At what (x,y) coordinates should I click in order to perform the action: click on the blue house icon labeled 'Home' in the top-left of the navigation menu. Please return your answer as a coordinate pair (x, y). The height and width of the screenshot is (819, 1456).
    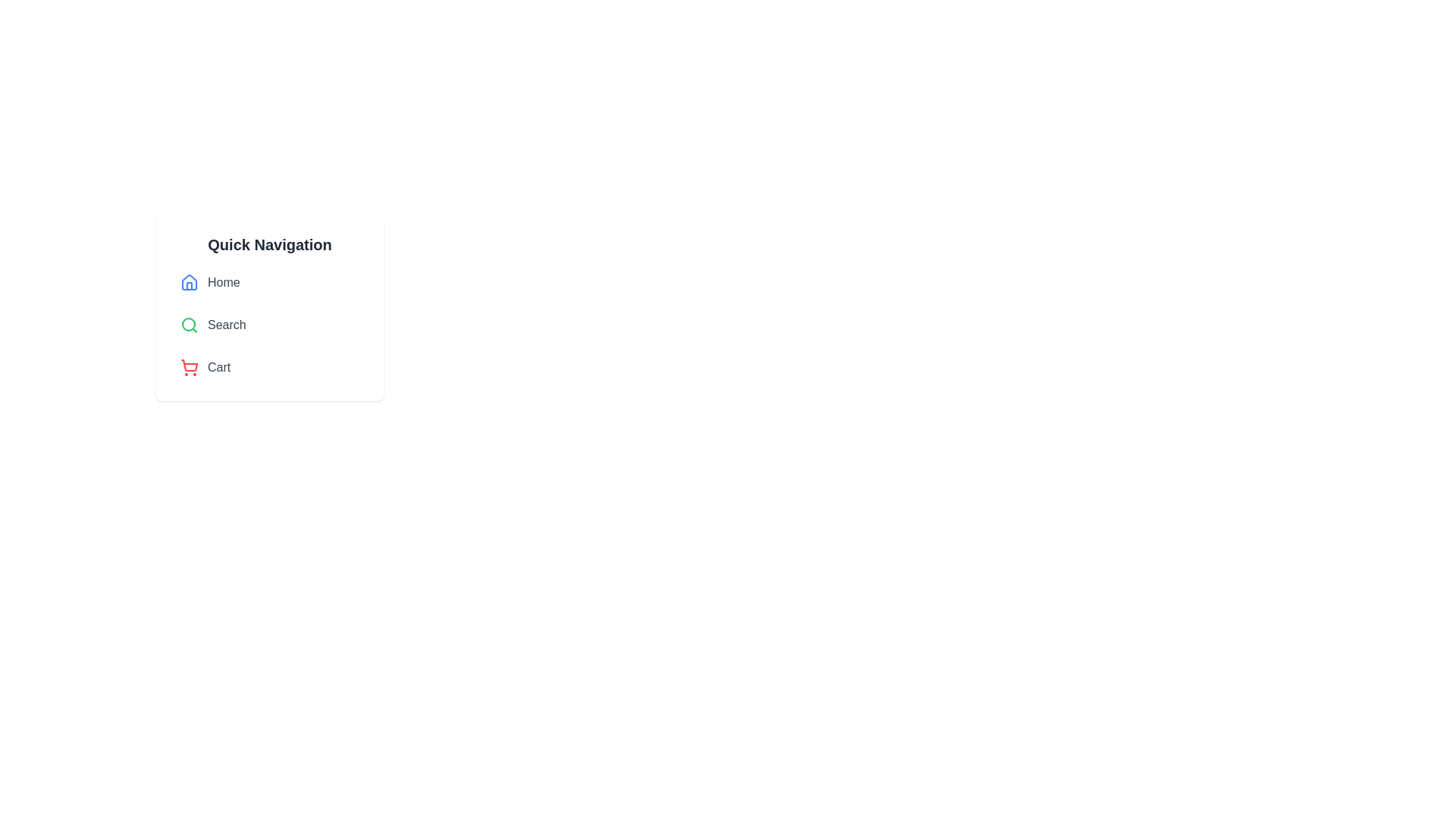
    Looking at the image, I should click on (188, 281).